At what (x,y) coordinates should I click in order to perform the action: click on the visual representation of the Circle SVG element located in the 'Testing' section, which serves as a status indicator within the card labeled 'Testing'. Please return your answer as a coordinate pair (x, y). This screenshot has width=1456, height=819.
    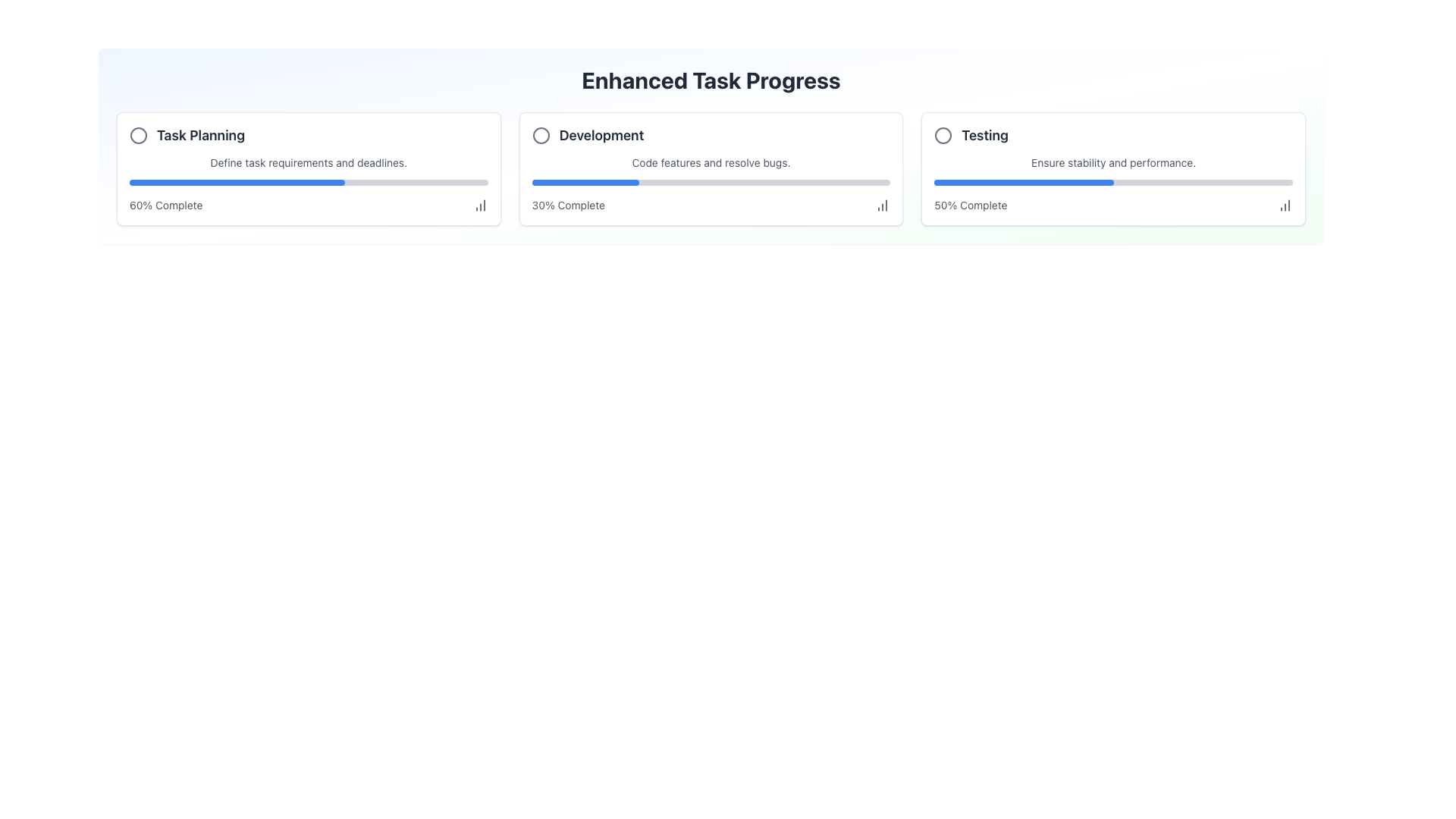
    Looking at the image, I should click on (943, 134).